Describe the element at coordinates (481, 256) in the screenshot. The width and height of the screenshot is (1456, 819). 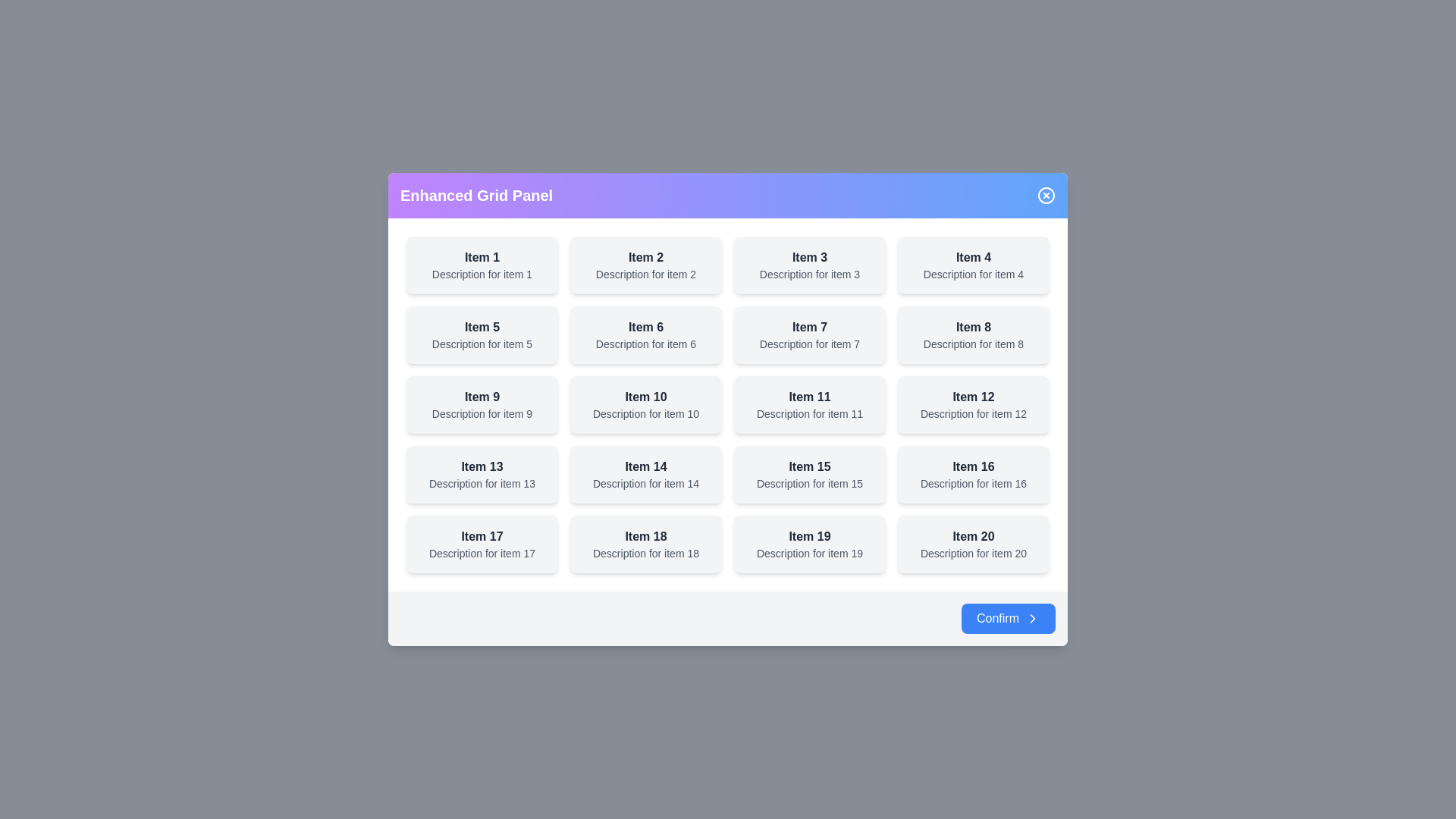
I see `the title or description of the grid item labeled 'Item 1'` at that location.